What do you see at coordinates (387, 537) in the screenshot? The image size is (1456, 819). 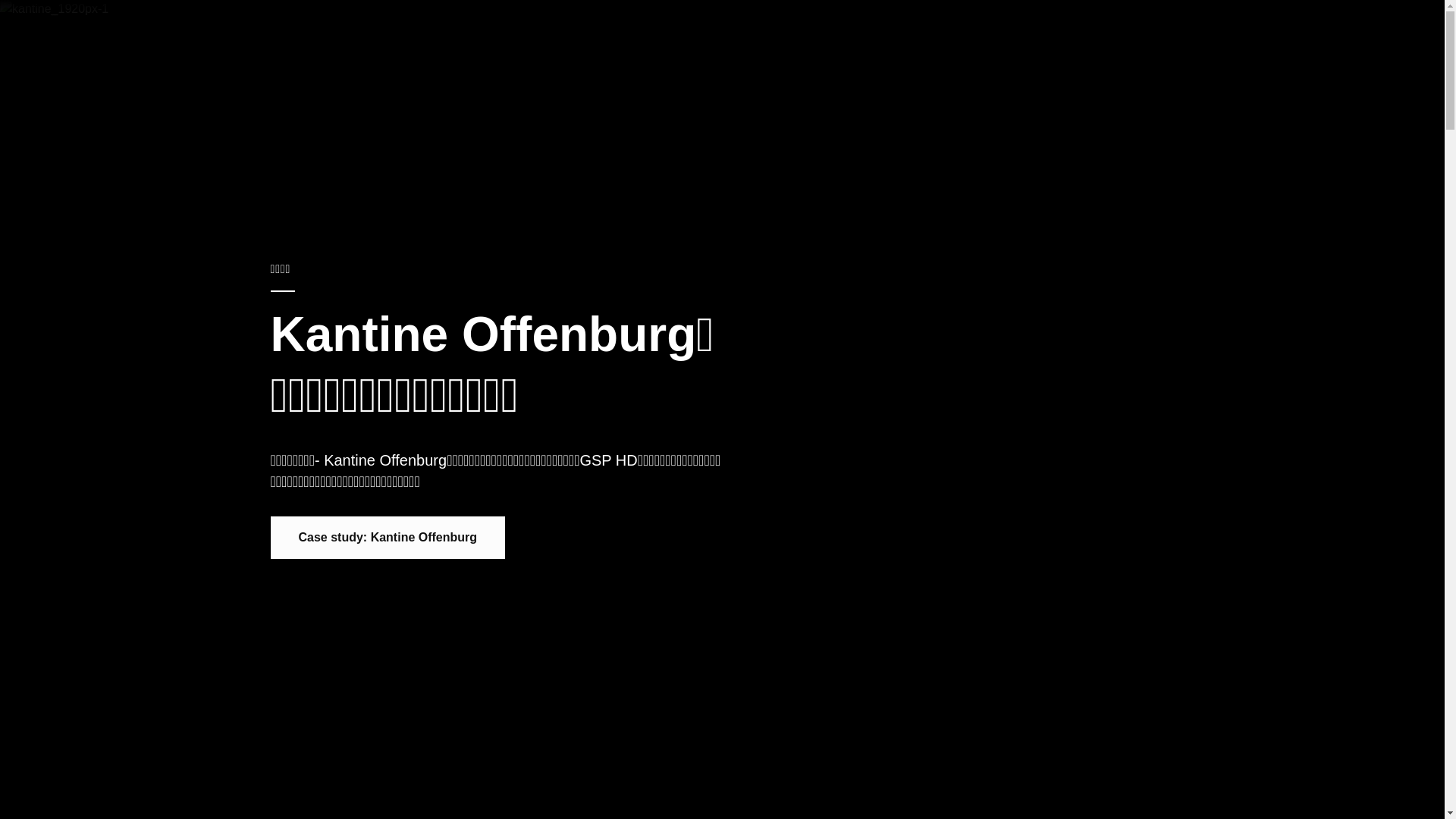 I see `'Case study: Kantine Offenburg'` at bounding box center [387, 537].